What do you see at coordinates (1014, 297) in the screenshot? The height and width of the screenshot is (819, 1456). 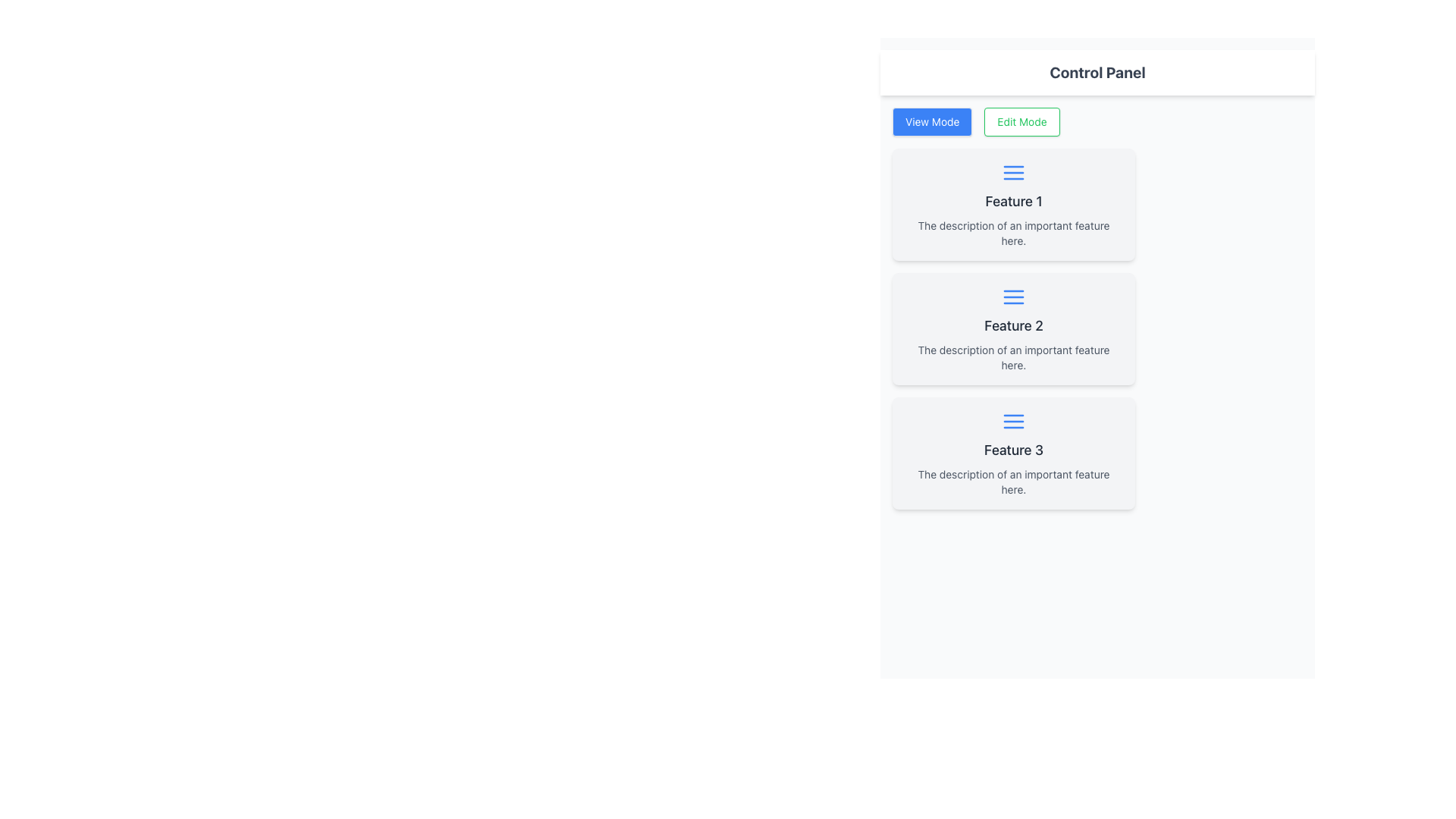 I see `the decorative icon located at the top center of the second card, above the 'Feature 2' text` at bounding box center [1014, 297].